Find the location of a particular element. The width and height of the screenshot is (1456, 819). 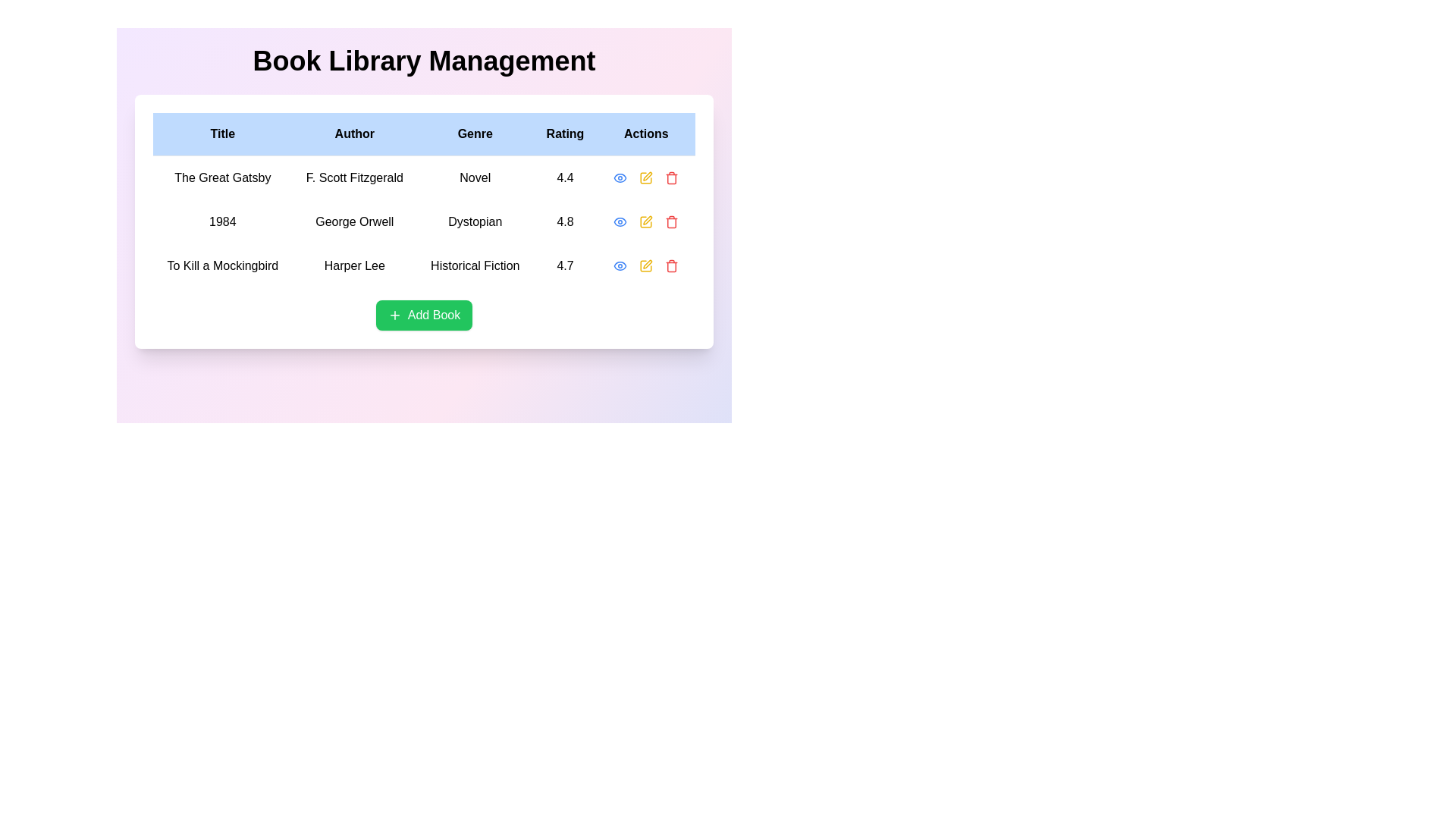

the yellow pen icon in the 'Actions' column to initiate editing for the book '1984' by George Orwell is located at coordinates (648, 175).